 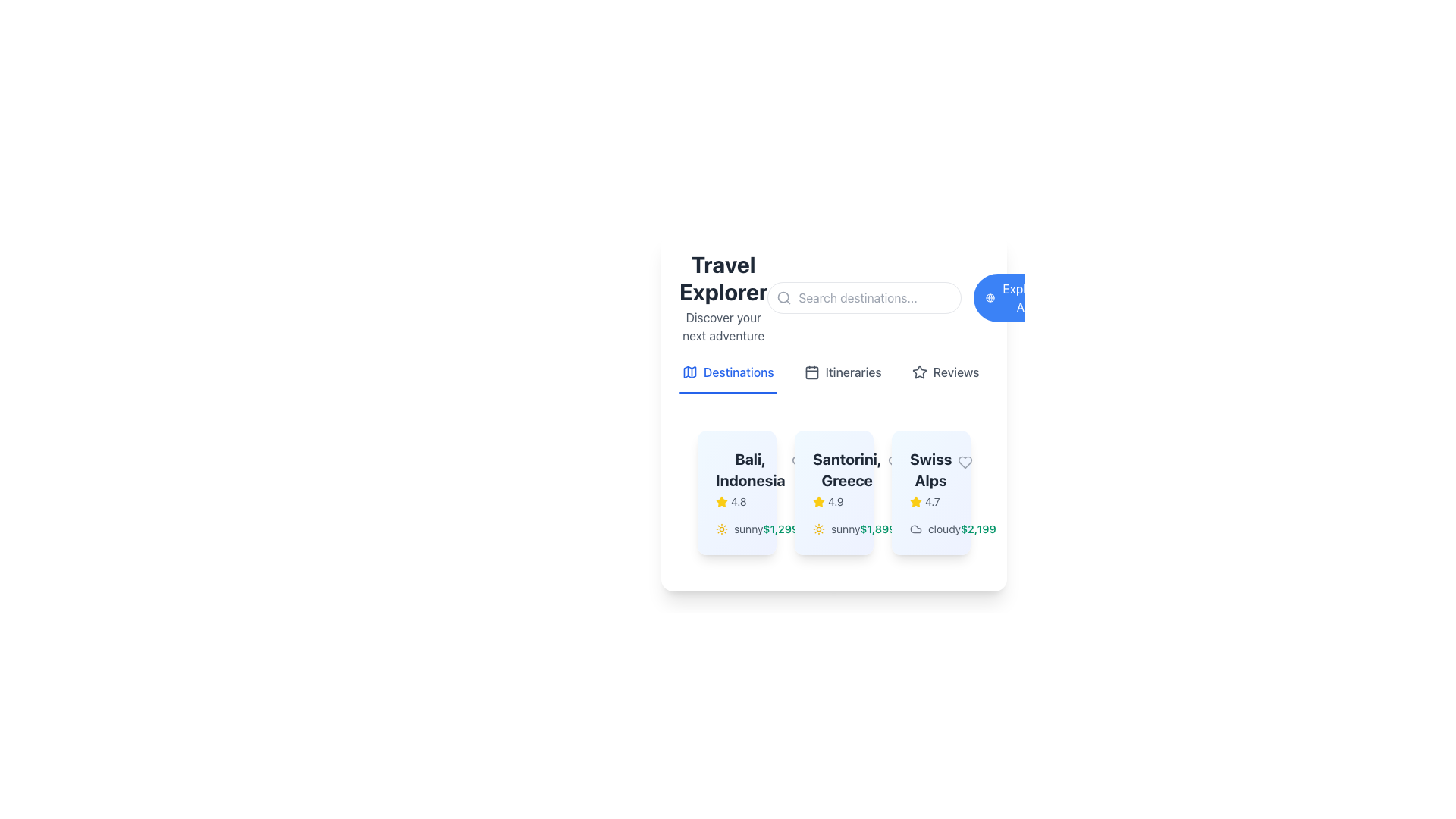 What do you see at coordinates (689, 372) in the screenshot?
I see `the map icon located in the 'Destinations' navigation tab` at bounding box center [689, 372].